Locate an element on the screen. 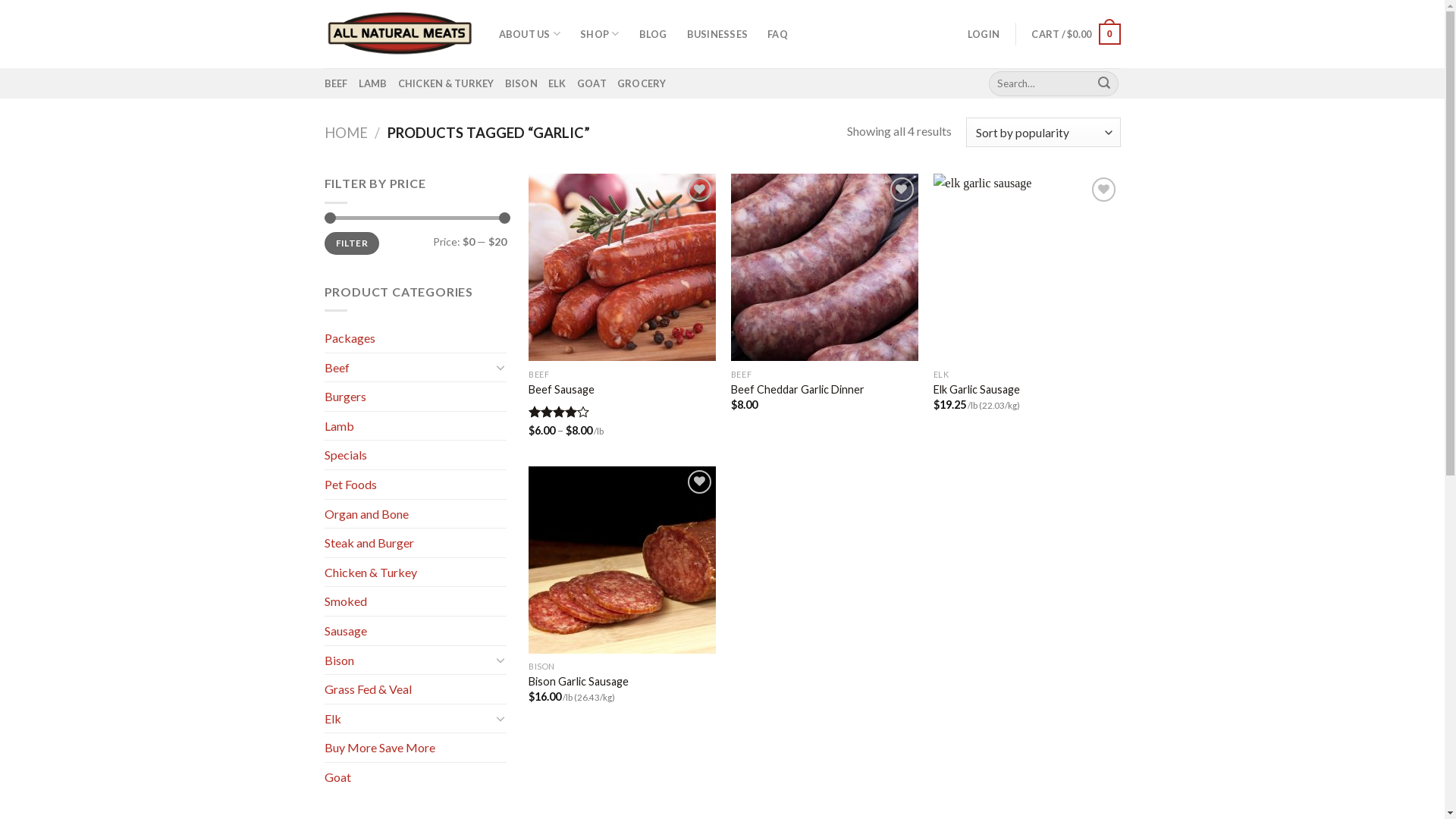  'Burgers' is located at coordinates (323, 396).